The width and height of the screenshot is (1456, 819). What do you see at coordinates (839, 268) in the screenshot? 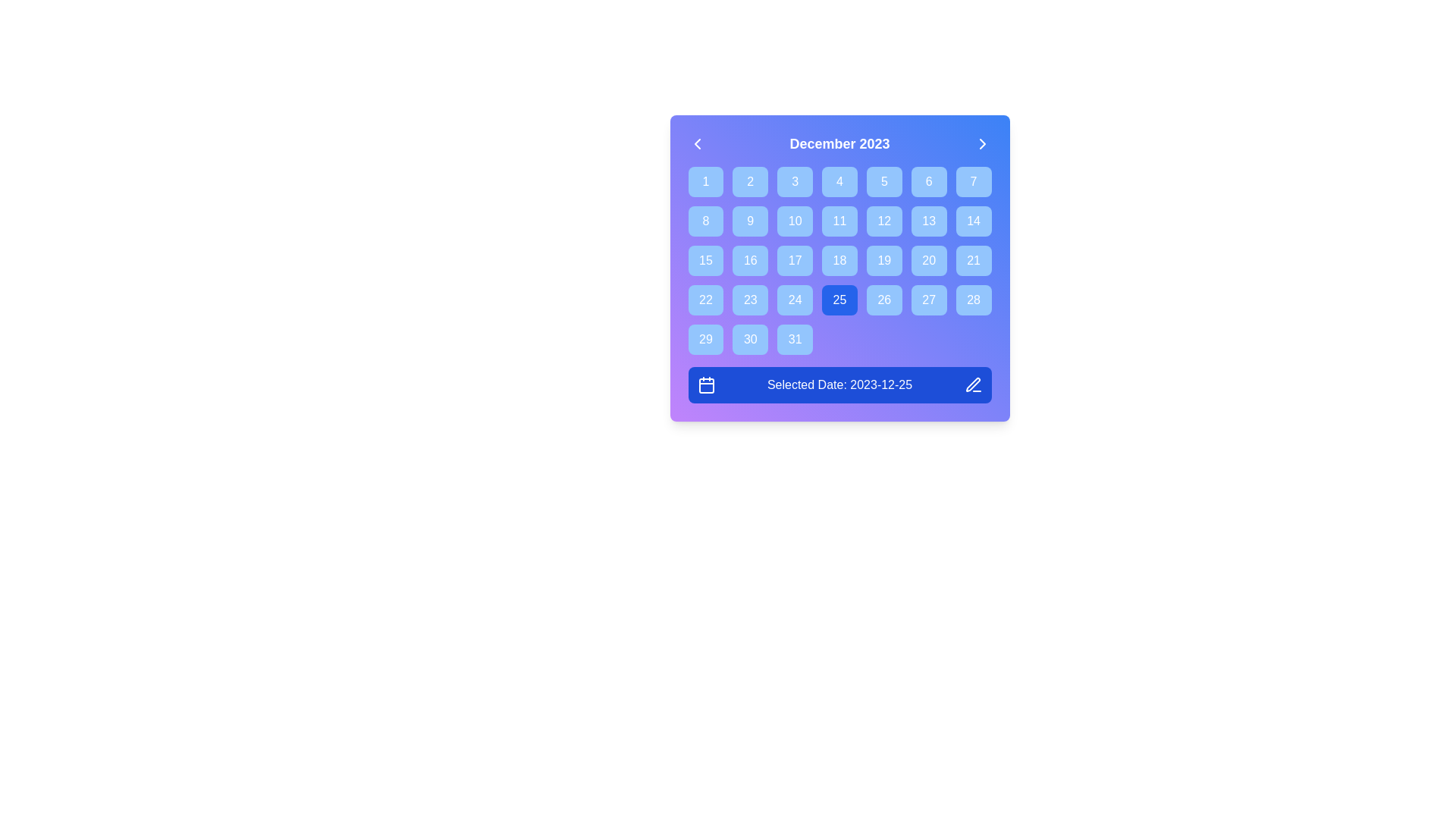
I see `the highlighted date '25' cell in the calendar grid` at bounding box center [839, 268].